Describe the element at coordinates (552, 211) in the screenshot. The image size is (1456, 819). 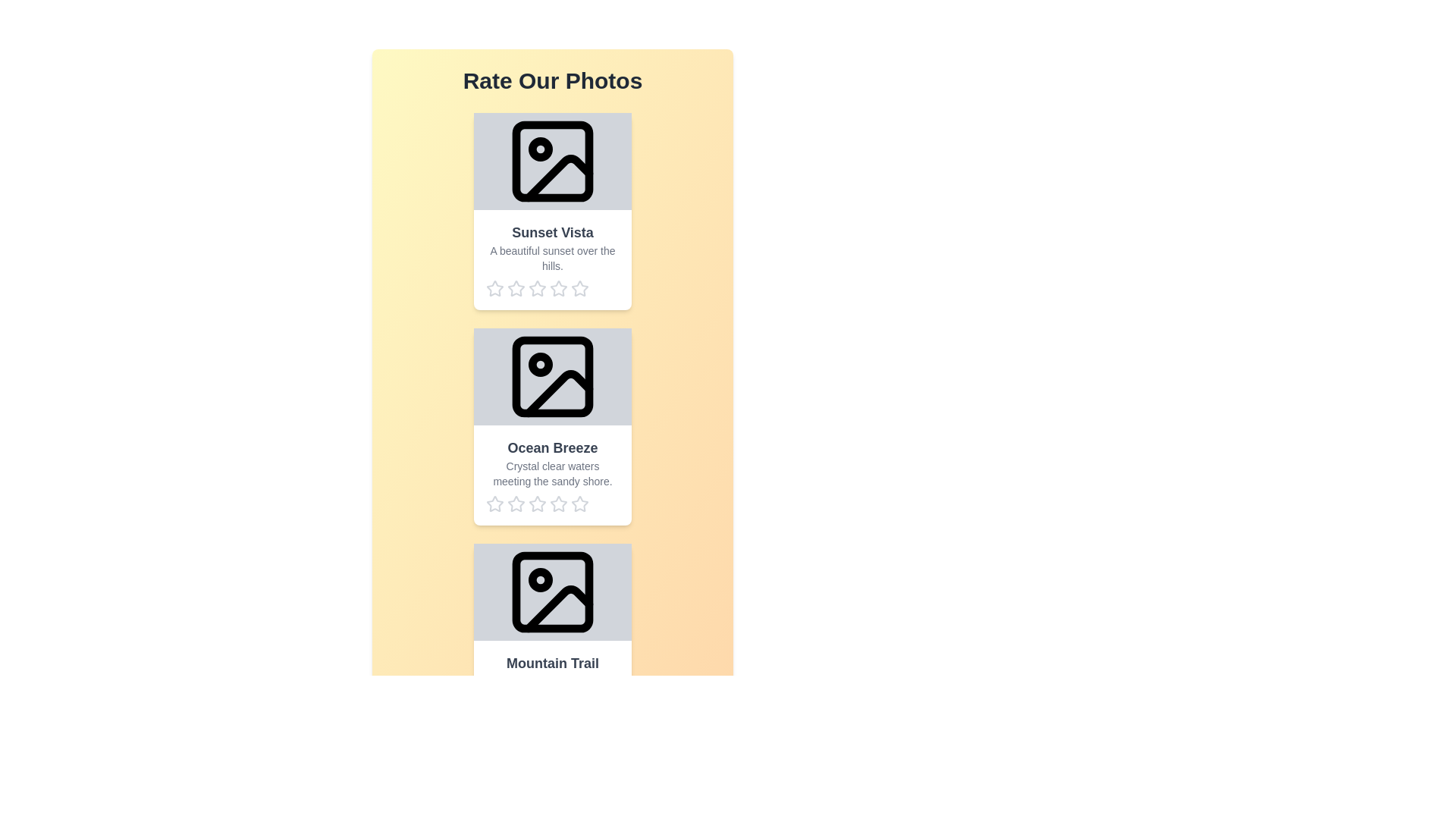
I see `the photo titled Sunset Vista to view its name and description` at that location.